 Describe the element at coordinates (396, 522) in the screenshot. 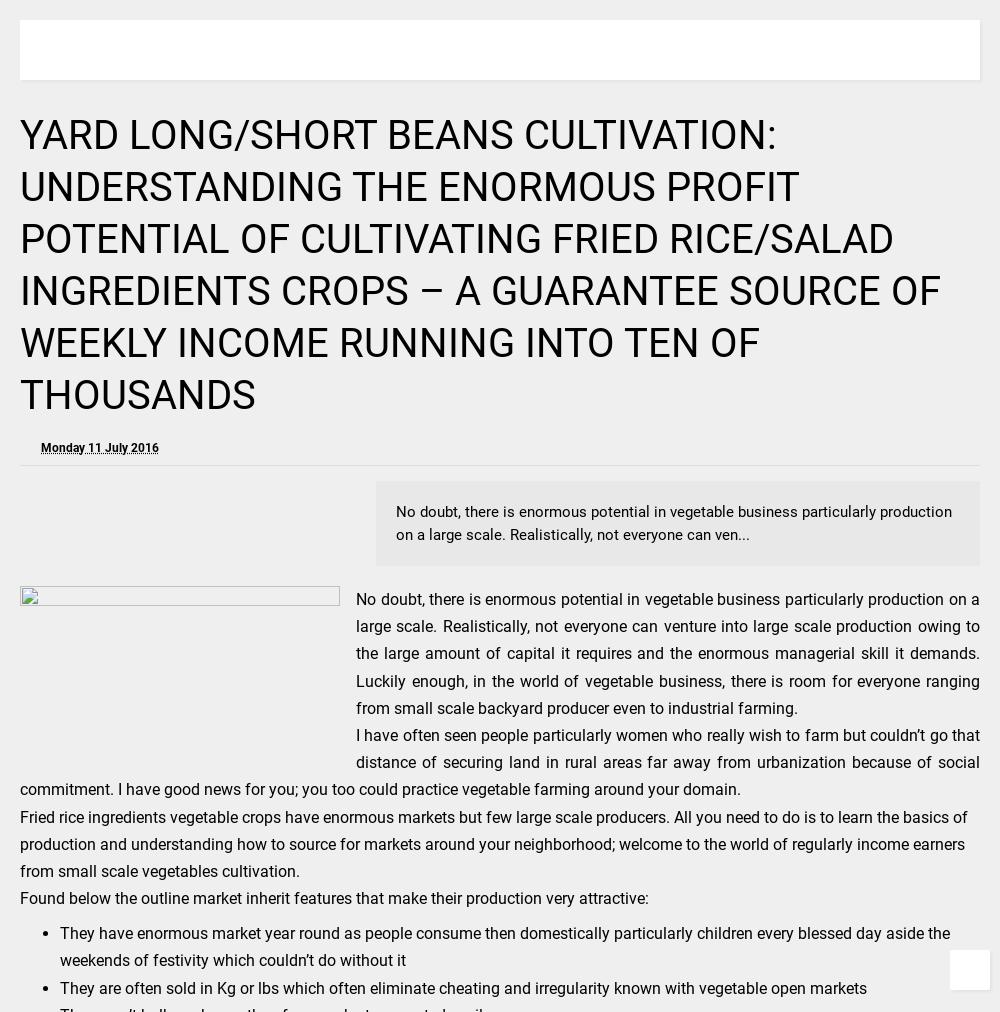

I see `'No doubt, there is enormous potential in vegetable business particularly production on a large scale. Realistically, not everyone can ven...'` at that location.